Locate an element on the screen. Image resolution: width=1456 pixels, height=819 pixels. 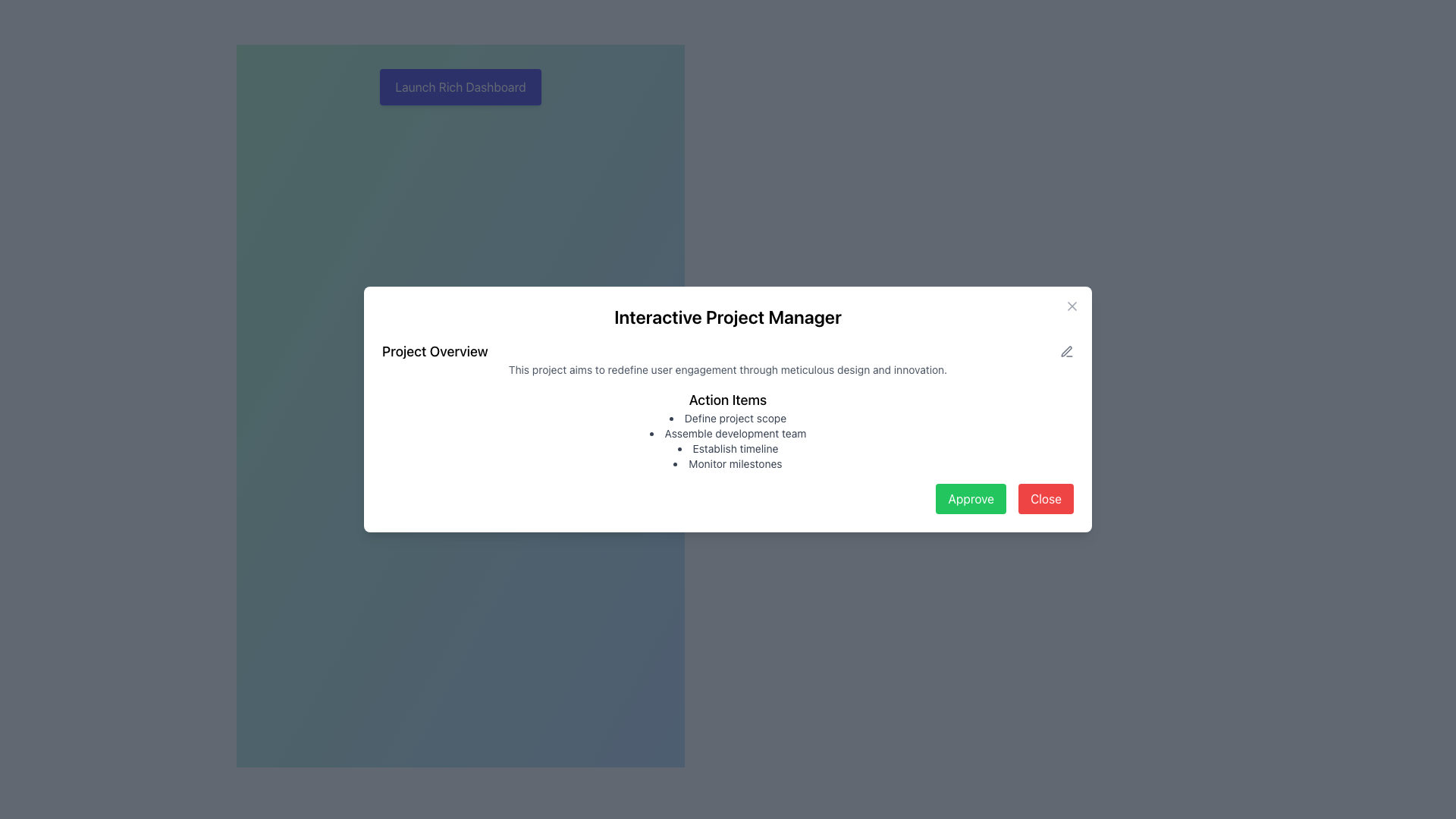
the close button located at the bottom-right of the modal dialog to observe the hover effect is located at coordinates (1045, 499).